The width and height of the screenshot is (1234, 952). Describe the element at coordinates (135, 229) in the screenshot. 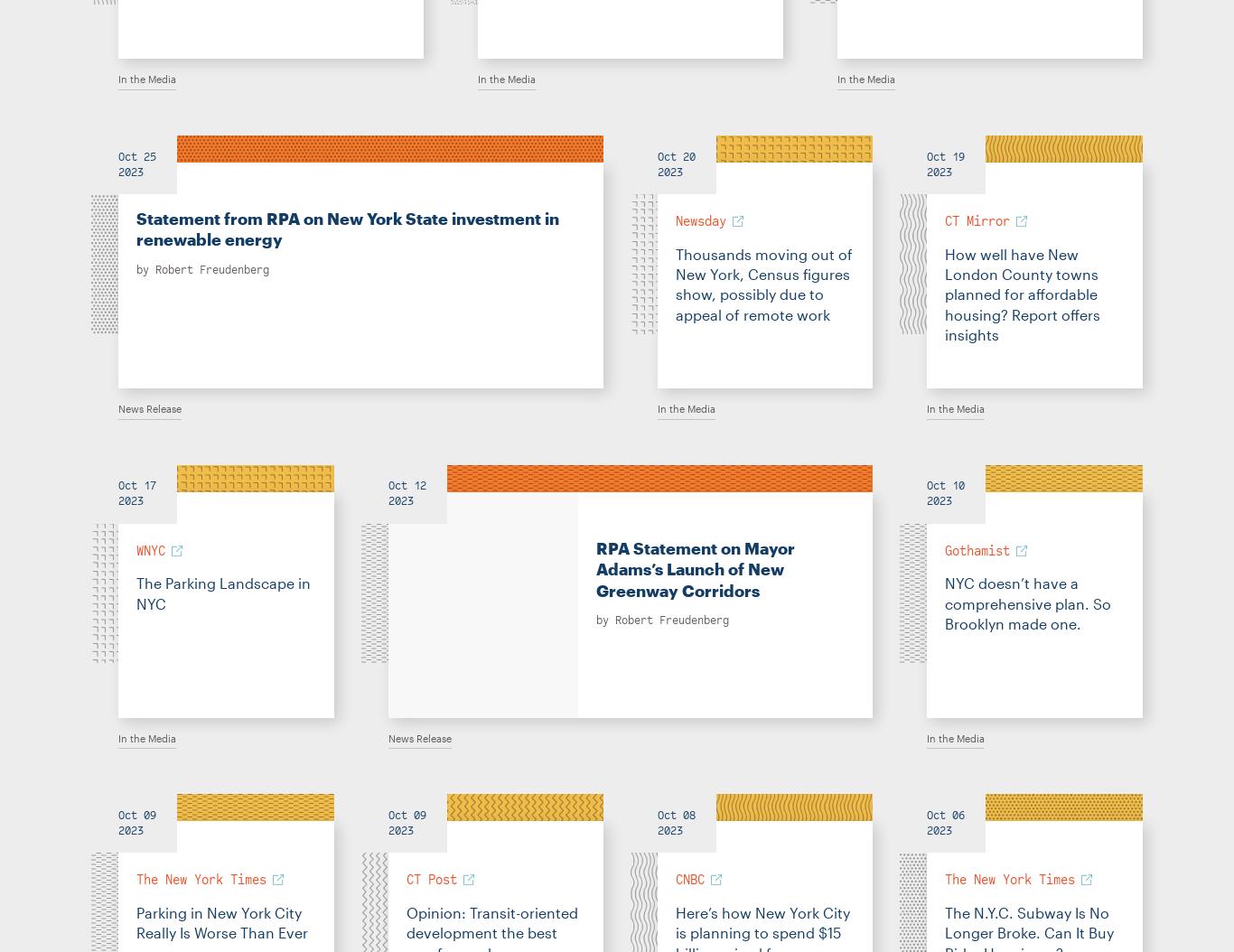

I see `'Statement from RPA on New York State investment in renewable energy'` at that location.